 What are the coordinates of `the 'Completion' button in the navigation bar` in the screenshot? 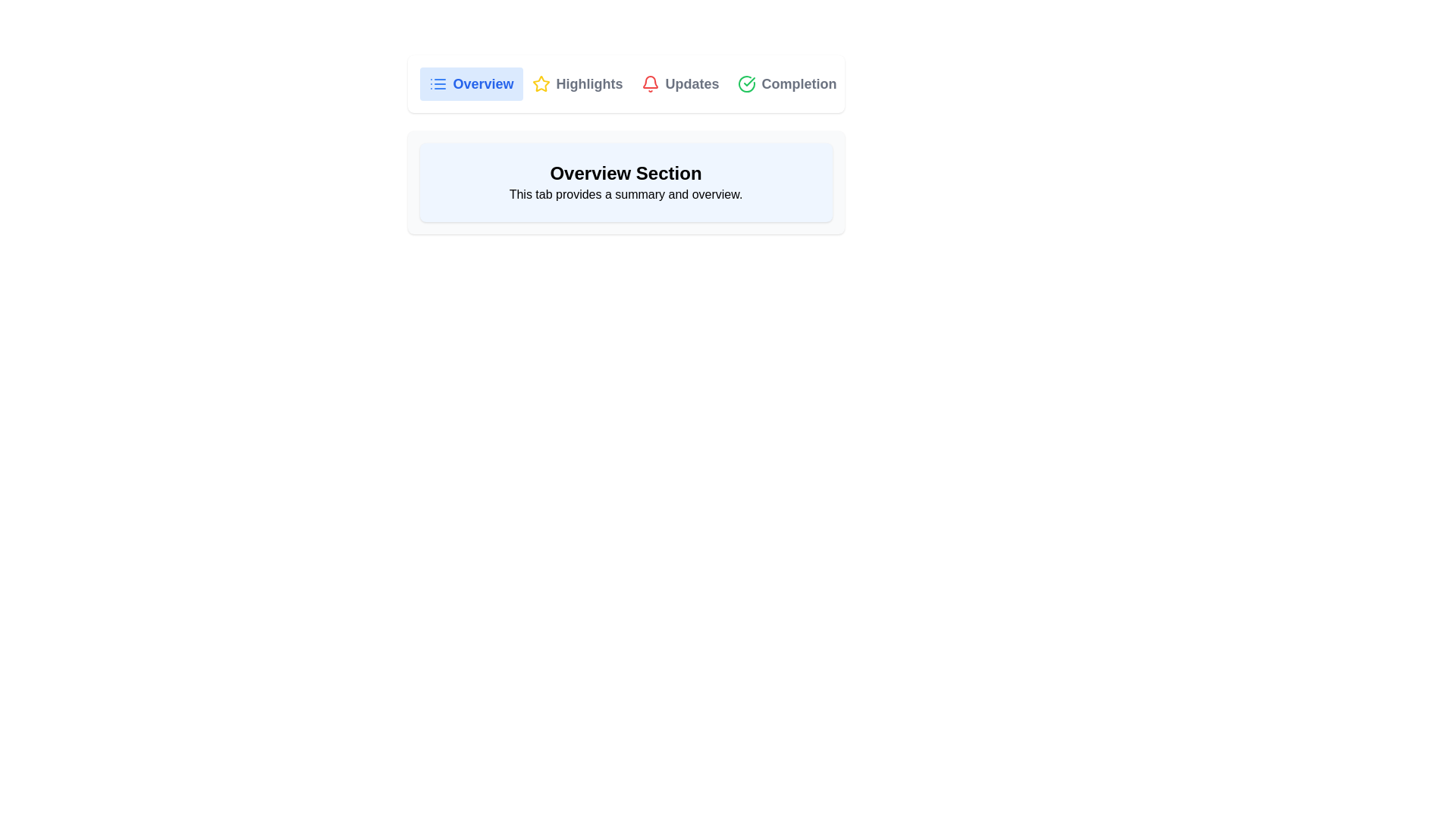 It's located at (799, 84).